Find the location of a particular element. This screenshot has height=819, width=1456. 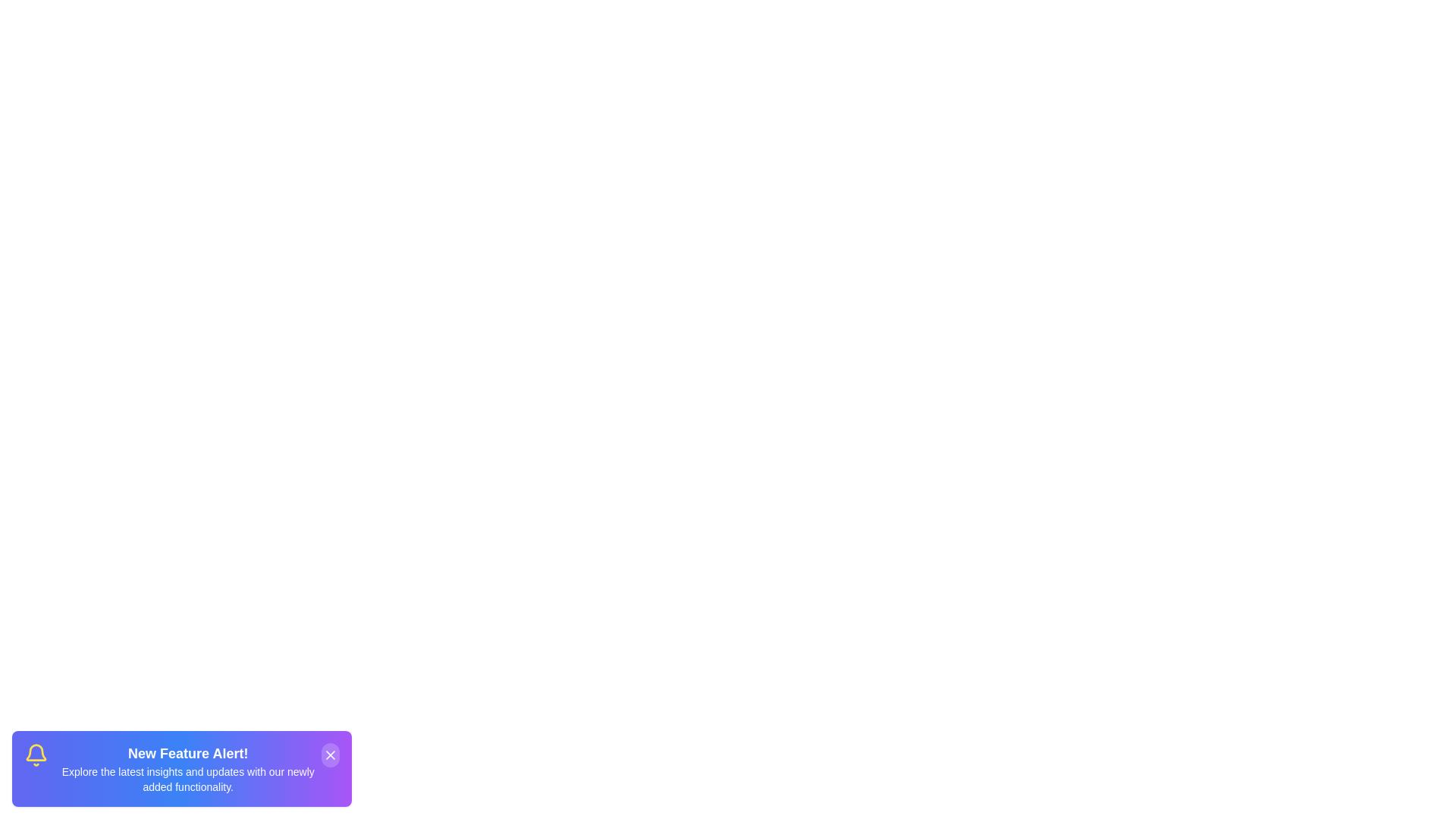

the close button to dismiss the notification is located at coordinates (330, 755).